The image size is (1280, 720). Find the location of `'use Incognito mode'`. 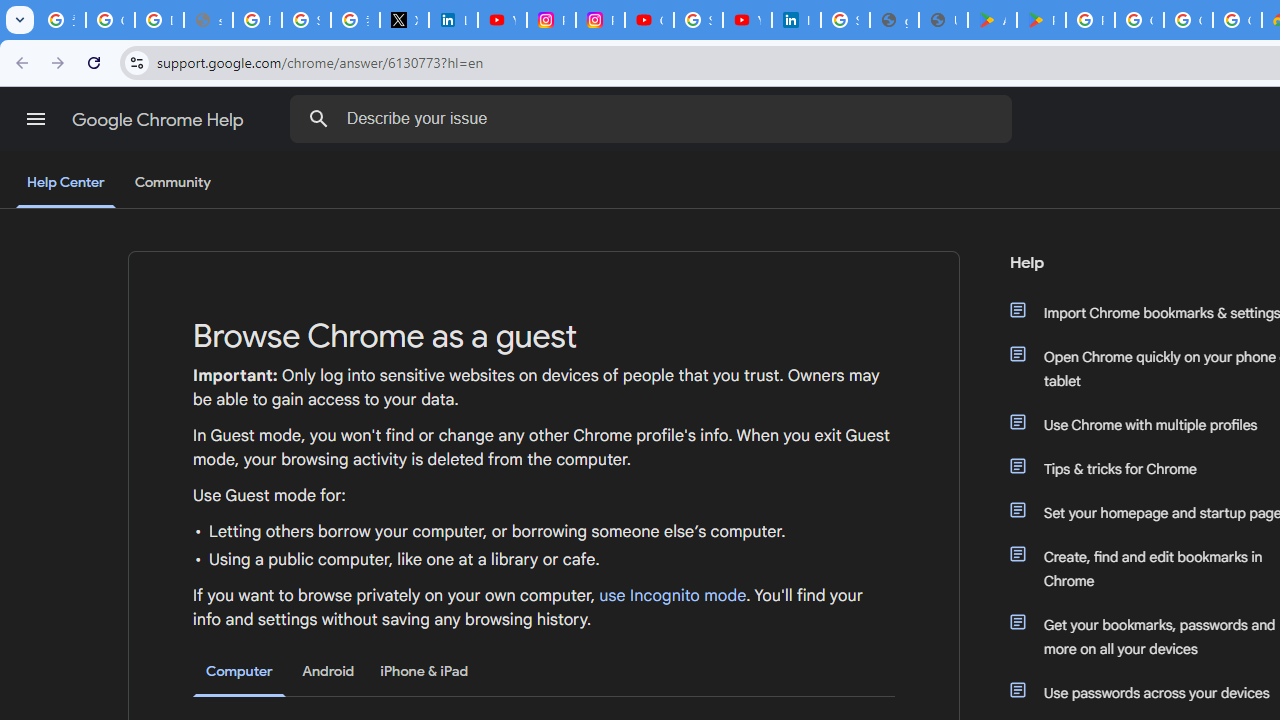

'use Incognito mode' is located at coordinates (673, 595).